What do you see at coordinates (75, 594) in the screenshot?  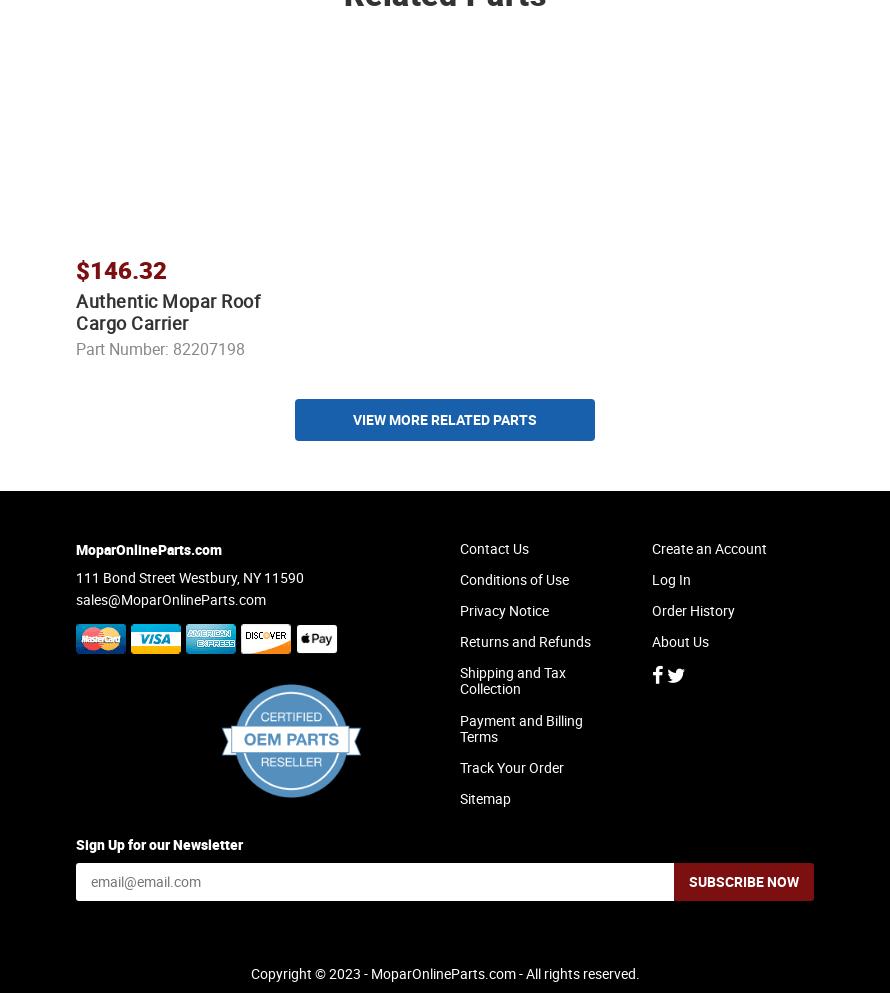 I see `'111 Bond Street Westbury, NY 11590'` at bounding box center [75, 594].